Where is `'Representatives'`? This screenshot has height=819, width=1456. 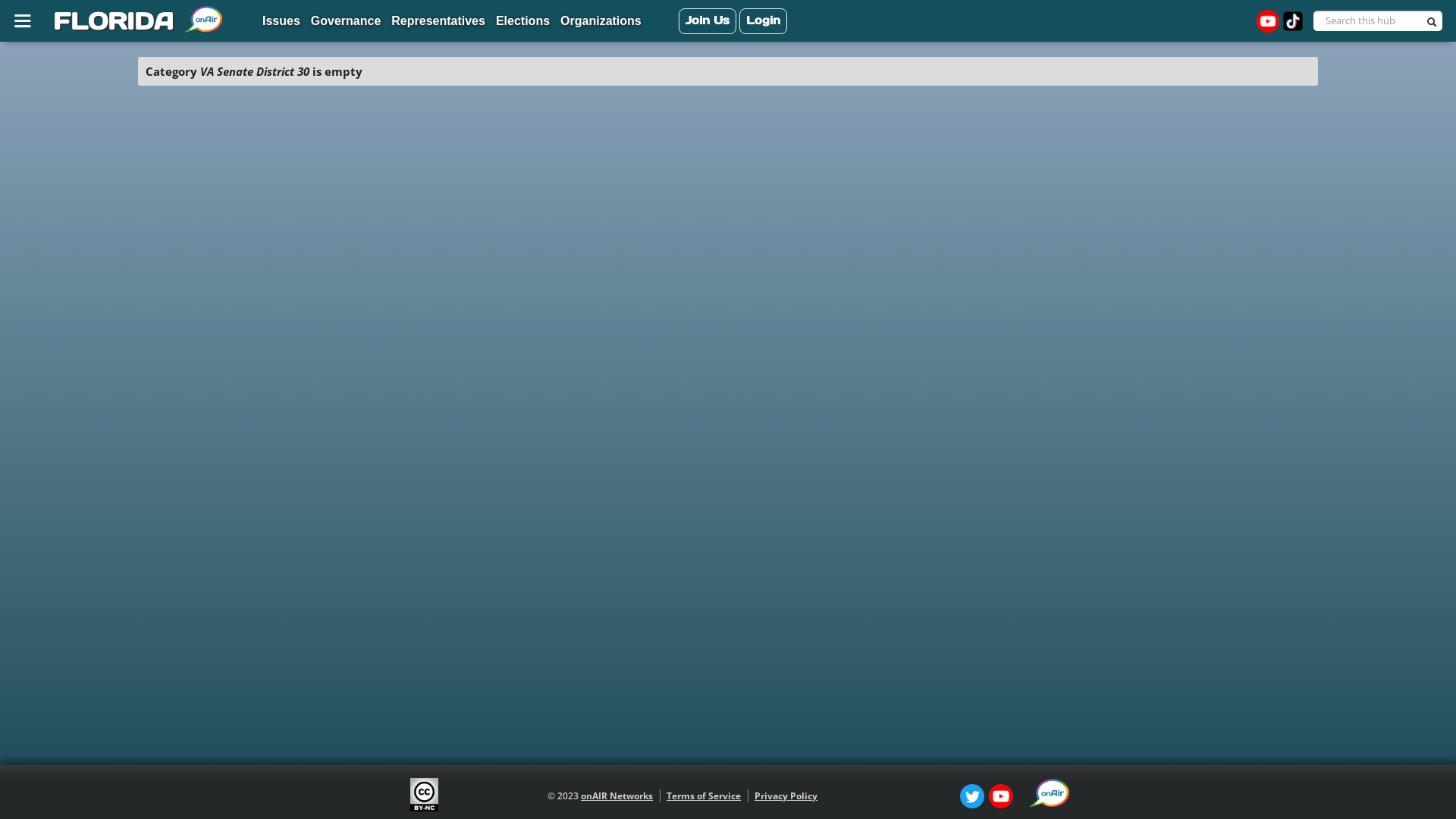
'Representatives' is located at coordinates (437, 22).